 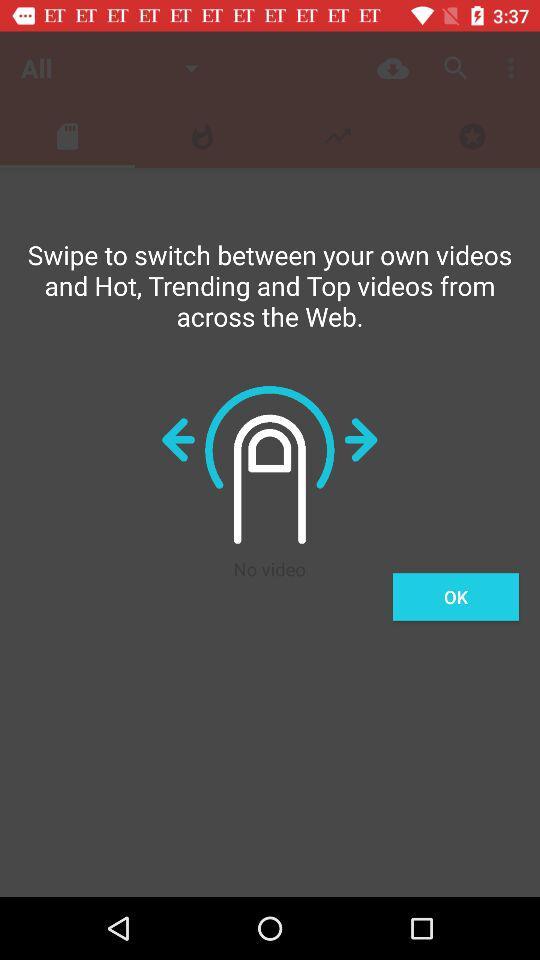 What do you see at coordinates (455, 597) in the screenshot?
I see `the icon below the swipe to switch icon` at bounding box center [455, 597].